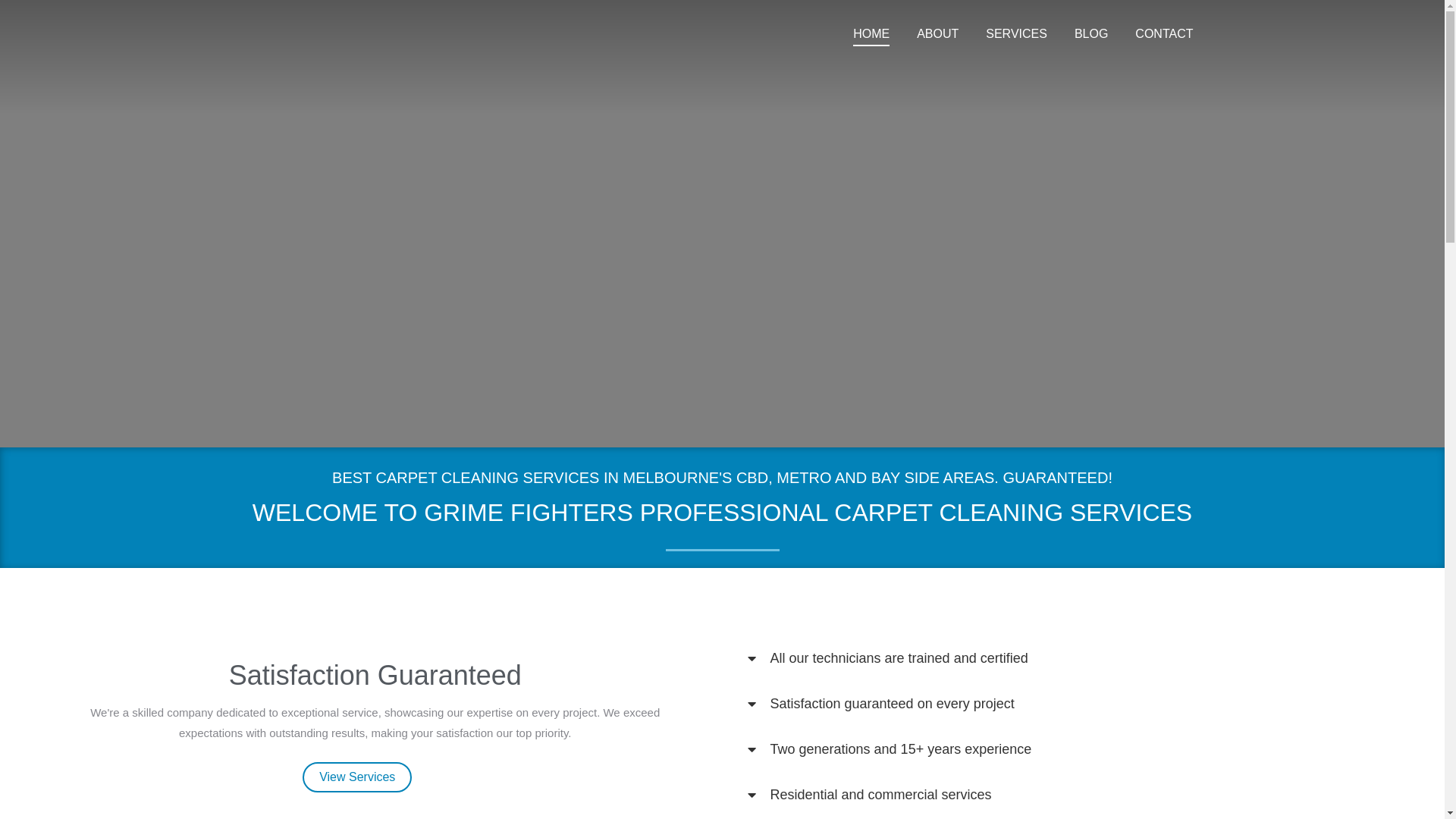 Image resolution: width=1456 pixels, height=819 pixels. I want to click on 'Two generations and 15+ years experience', so click(901, 748).